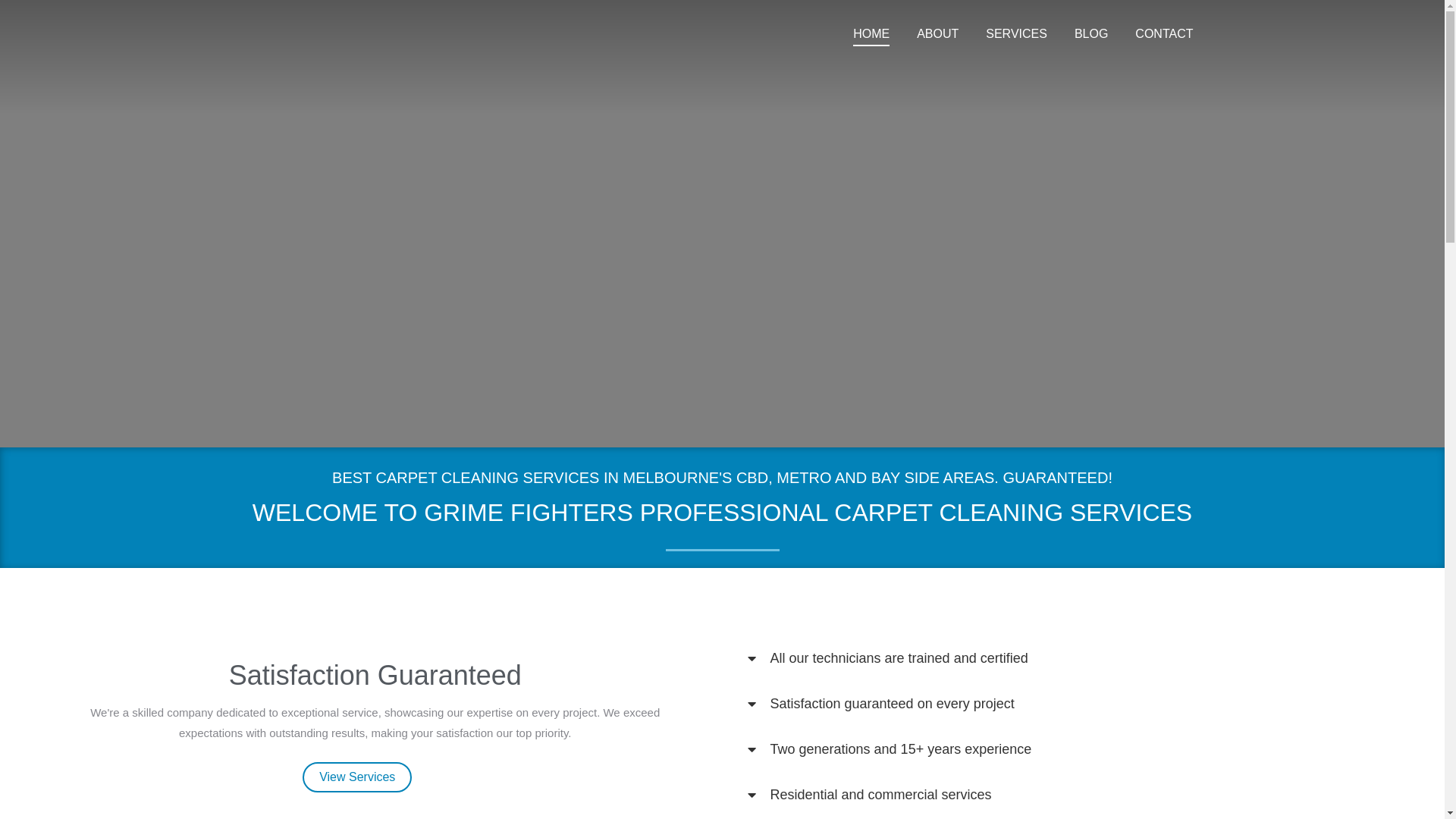 Image resolution: width=1456 pixels, height=819 pixels. I want to click on 'Two generations and 15+ years experience', so click(901, 748).